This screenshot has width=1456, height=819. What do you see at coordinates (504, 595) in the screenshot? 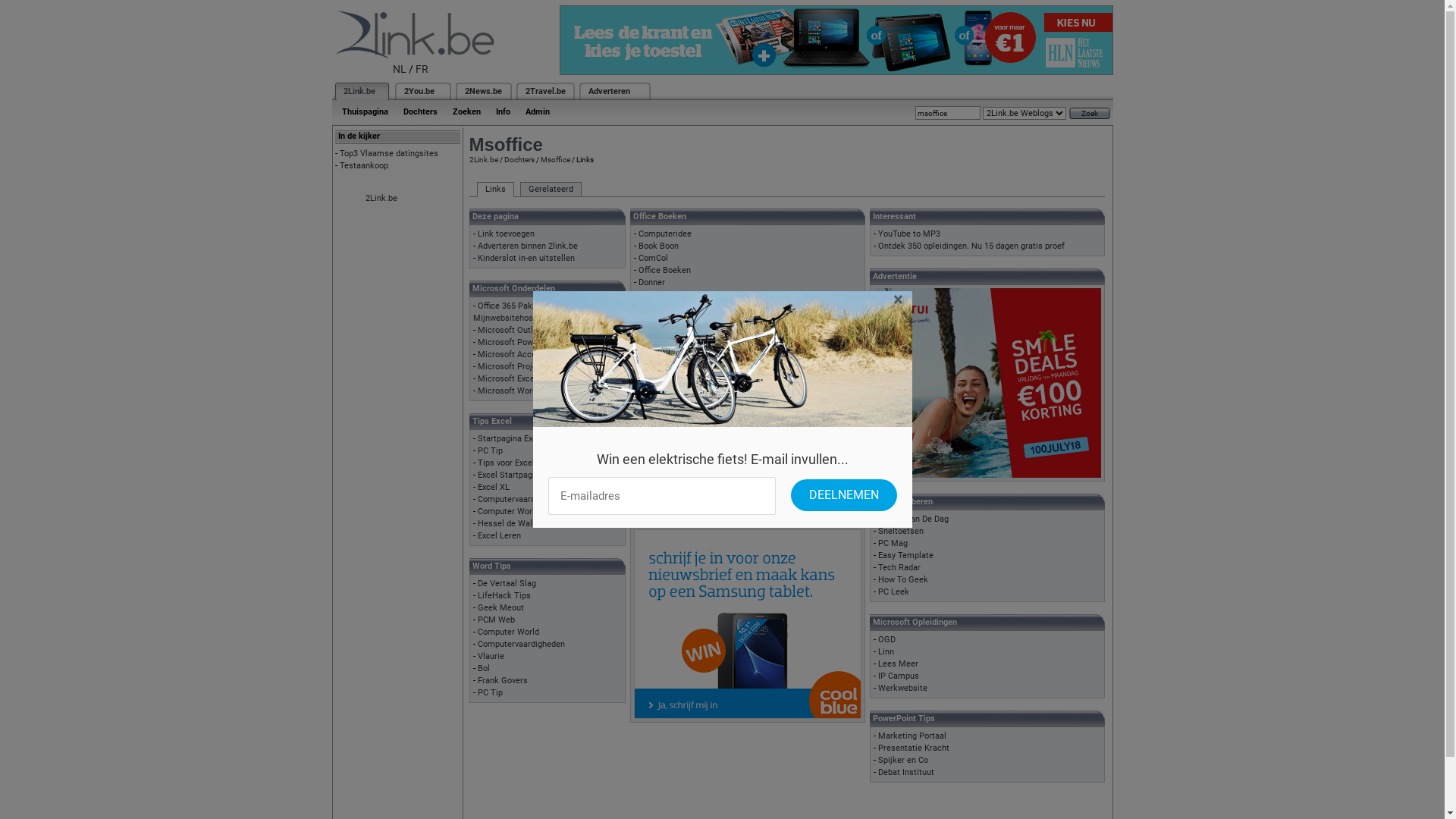
I see `'LifeHack Tips'` at bounding box center [504, 595].